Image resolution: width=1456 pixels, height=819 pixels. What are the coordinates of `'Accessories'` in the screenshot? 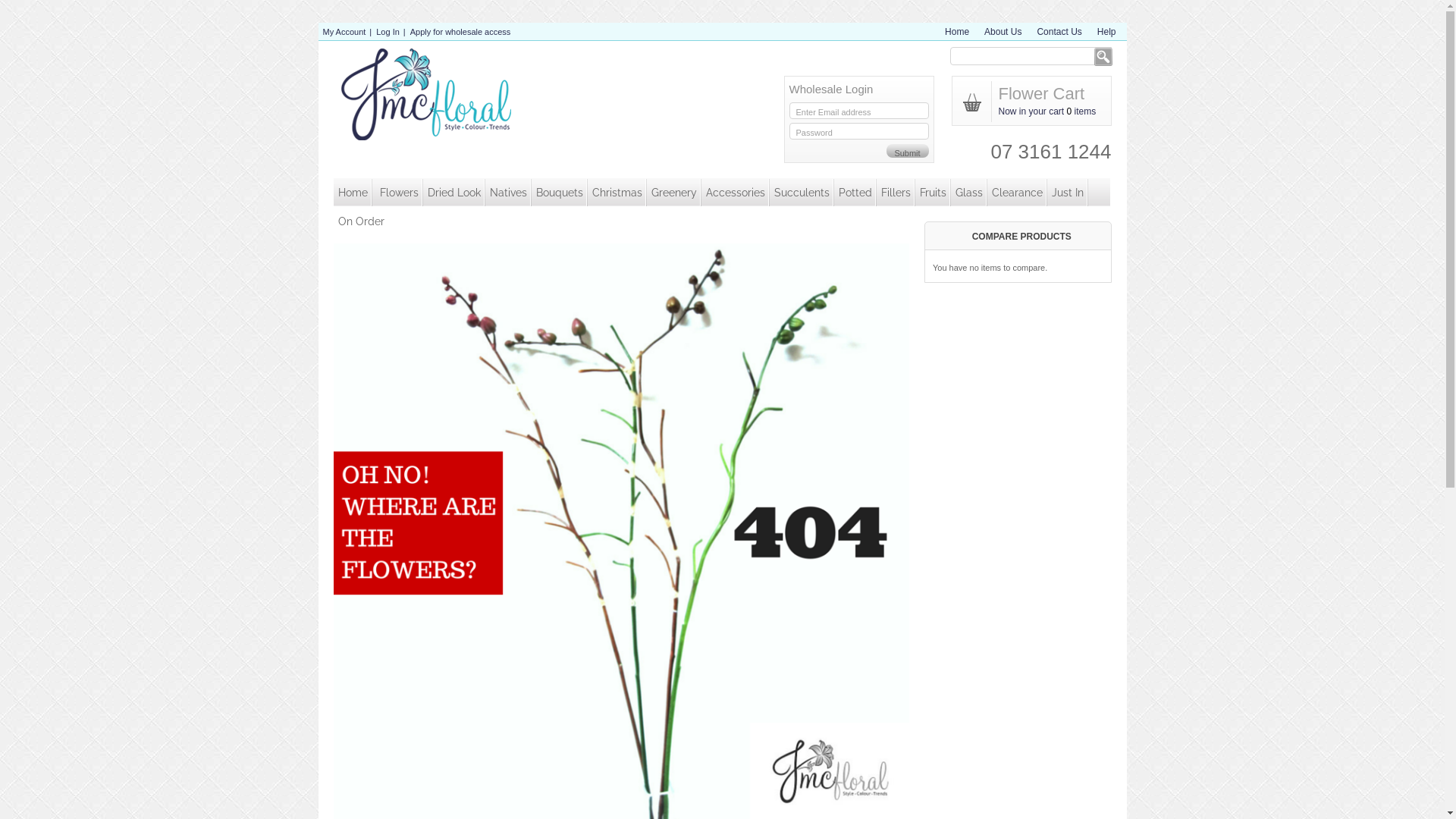 It's located at (735, 192).